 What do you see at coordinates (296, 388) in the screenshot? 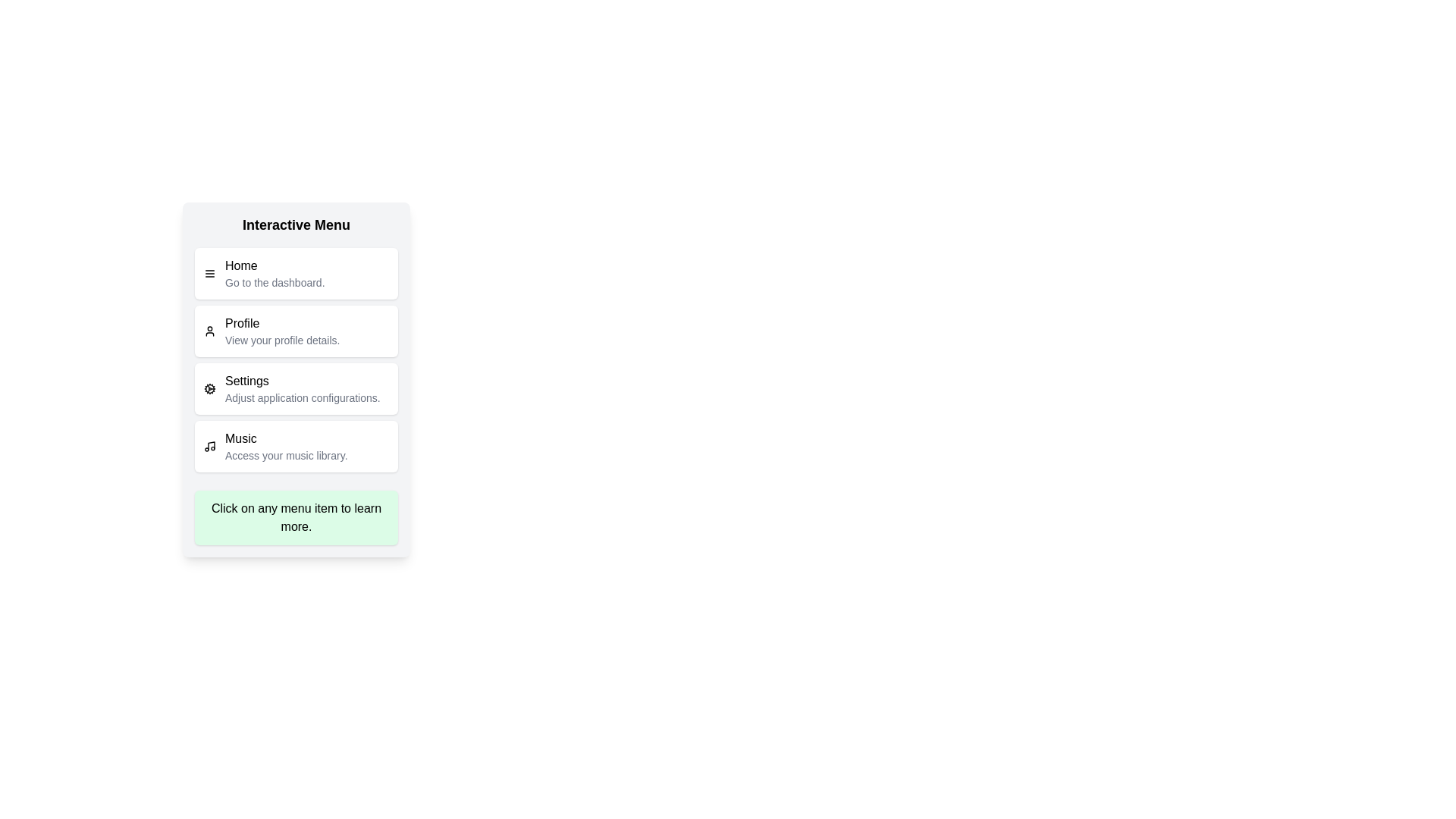
I see `the menu item labeled Settings to view its description` at bounding box center [296, 388].